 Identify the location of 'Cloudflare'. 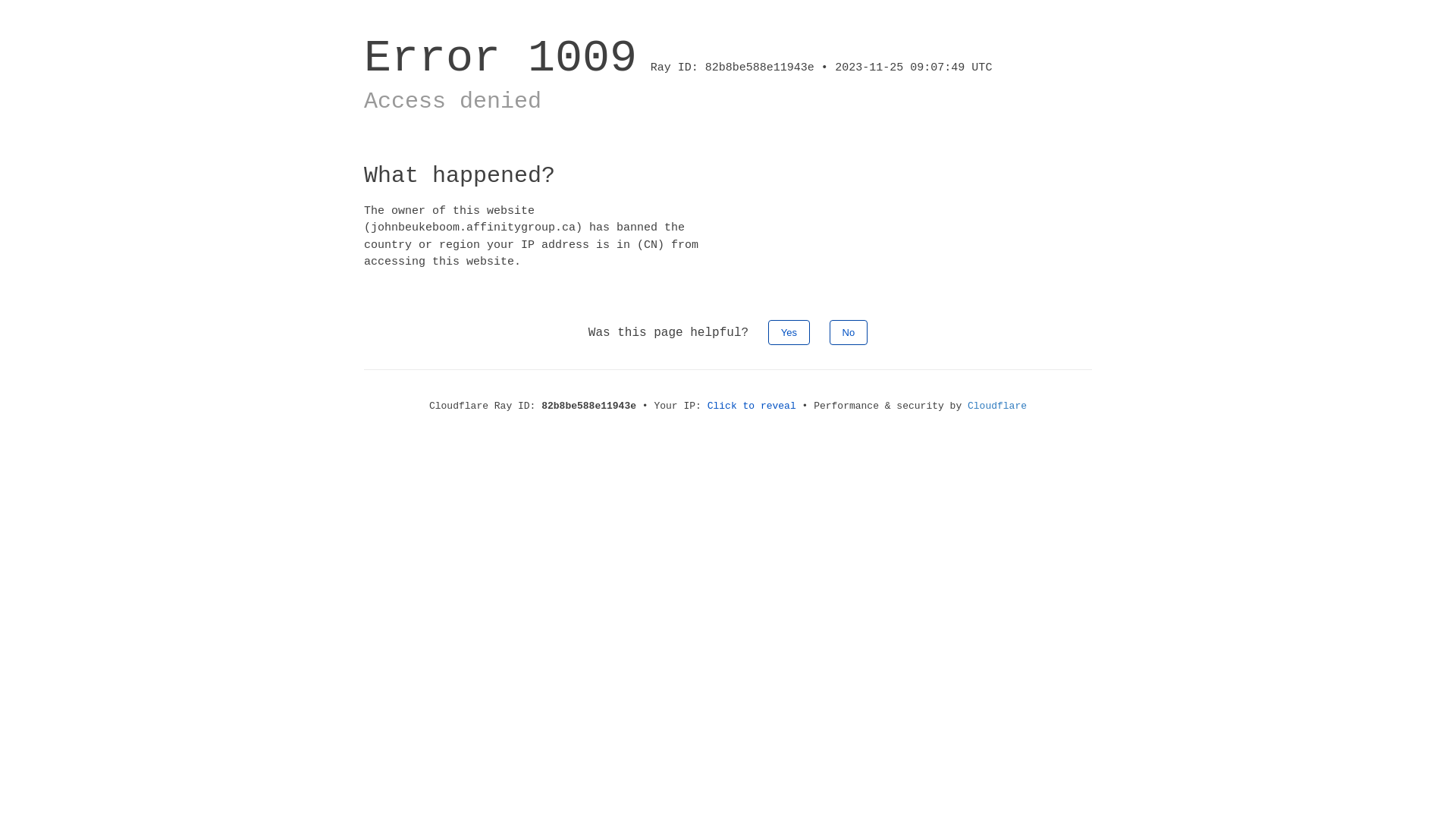
(997, 405).